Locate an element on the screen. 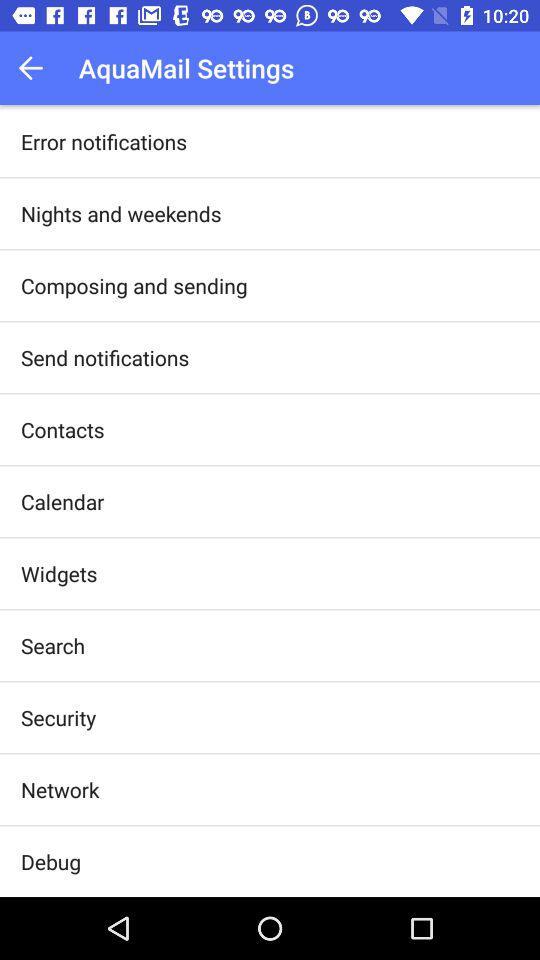 The height and width of the screenshot is (960, 540). item above nights and weekends app is located at coordinates (104, 140).